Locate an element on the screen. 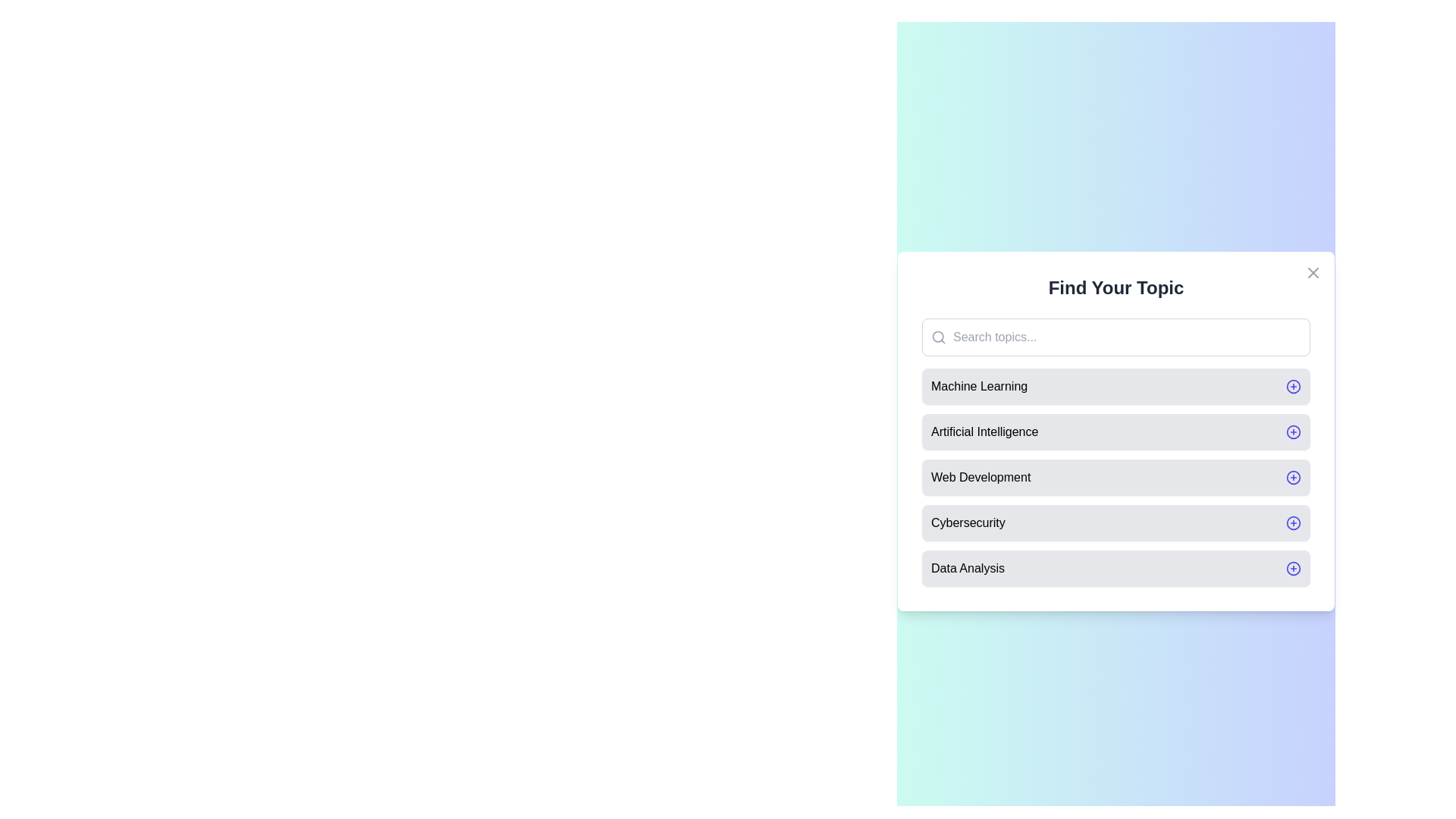  the topic Machine Learning from the list is located at coordinates (1116, 385).